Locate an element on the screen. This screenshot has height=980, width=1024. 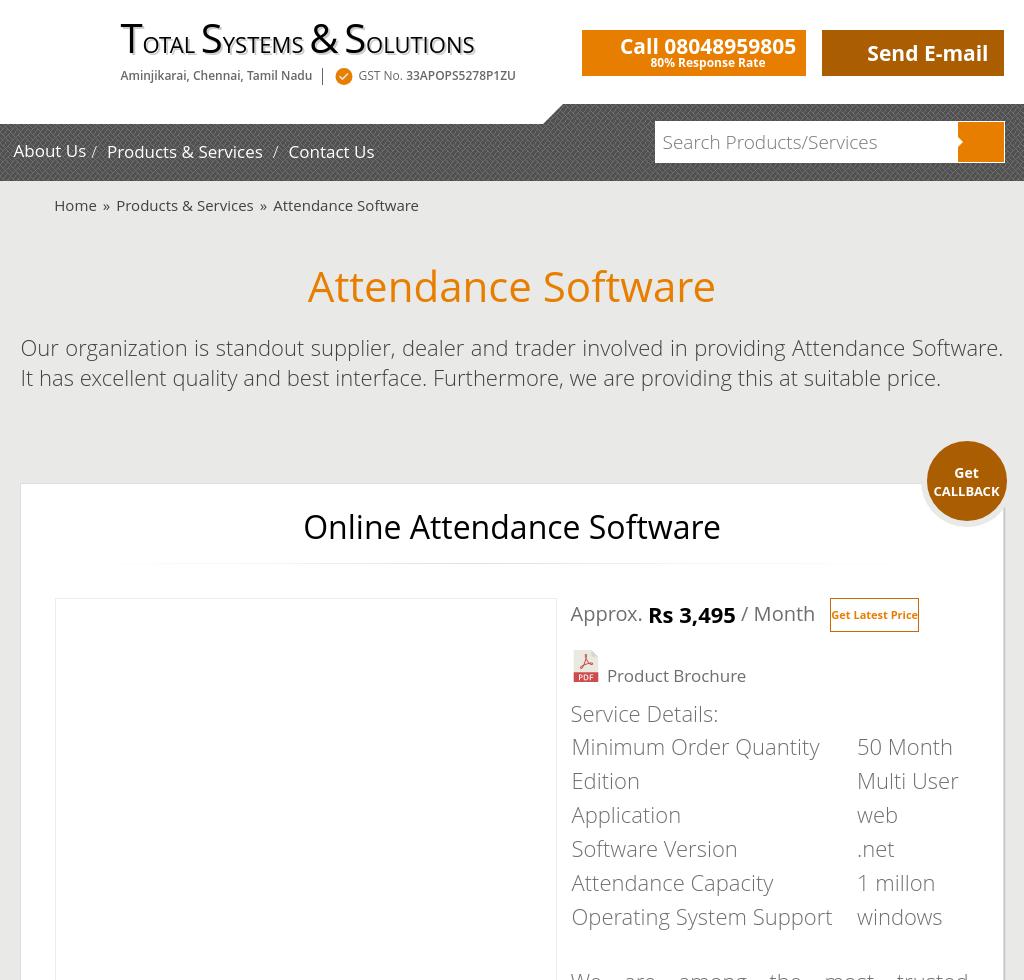
'Multi User' is located at coordinates (906, 779).